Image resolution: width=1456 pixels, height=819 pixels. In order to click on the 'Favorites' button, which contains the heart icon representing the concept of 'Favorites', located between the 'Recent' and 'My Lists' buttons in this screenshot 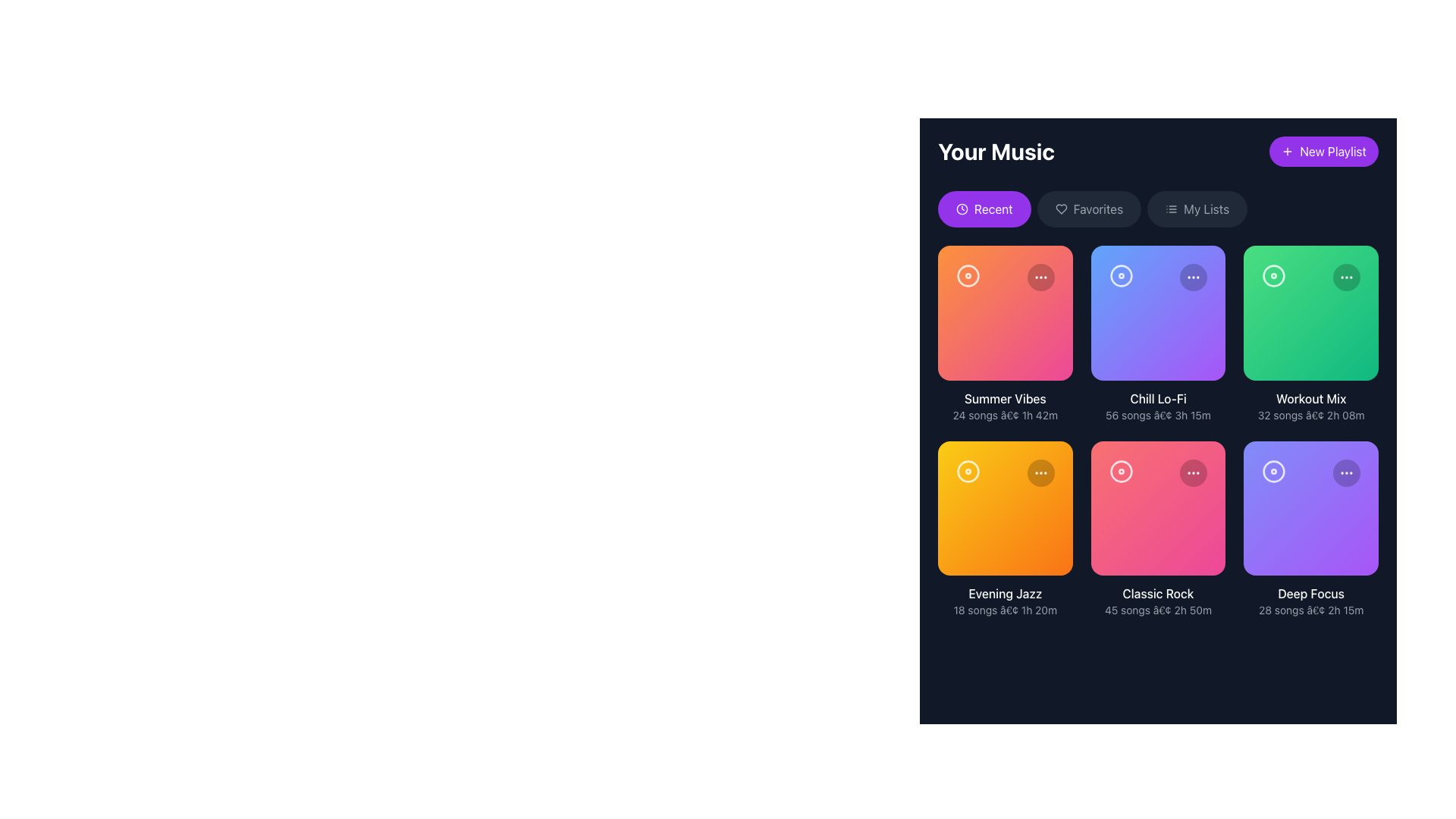, I will do `click(1060, 209)`.